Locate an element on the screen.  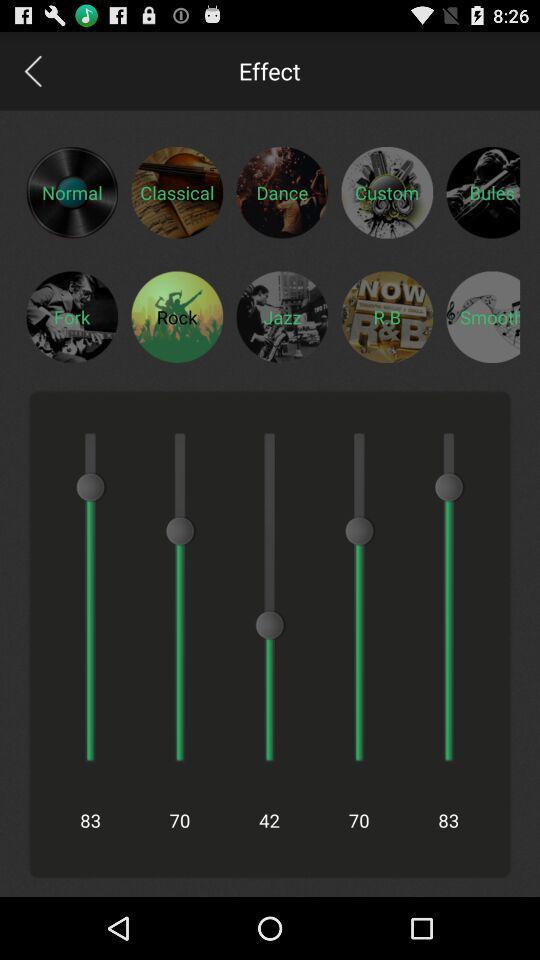
dance effect is located at coordinates (281, 192).